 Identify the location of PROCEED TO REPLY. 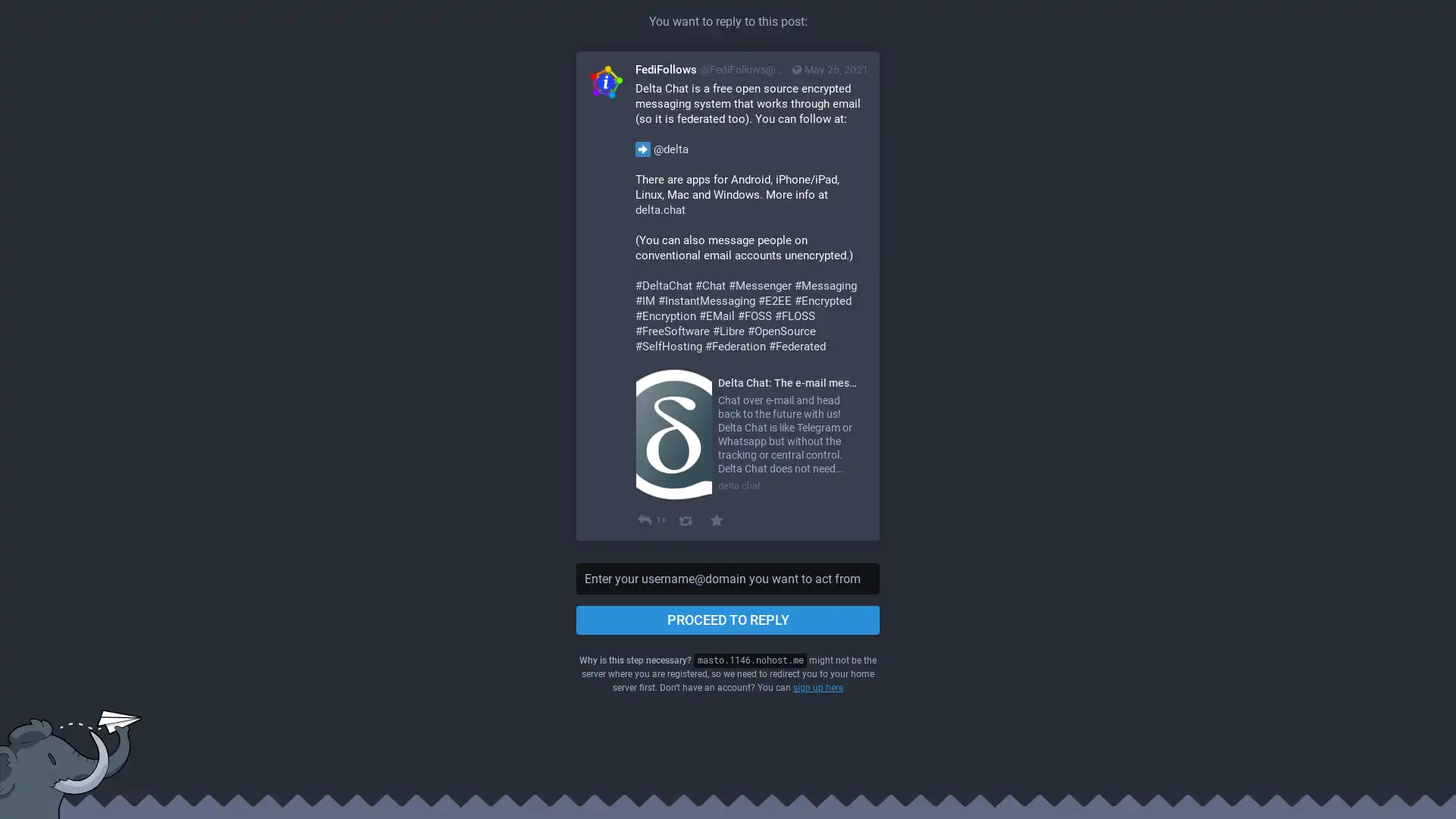
(728, 620).